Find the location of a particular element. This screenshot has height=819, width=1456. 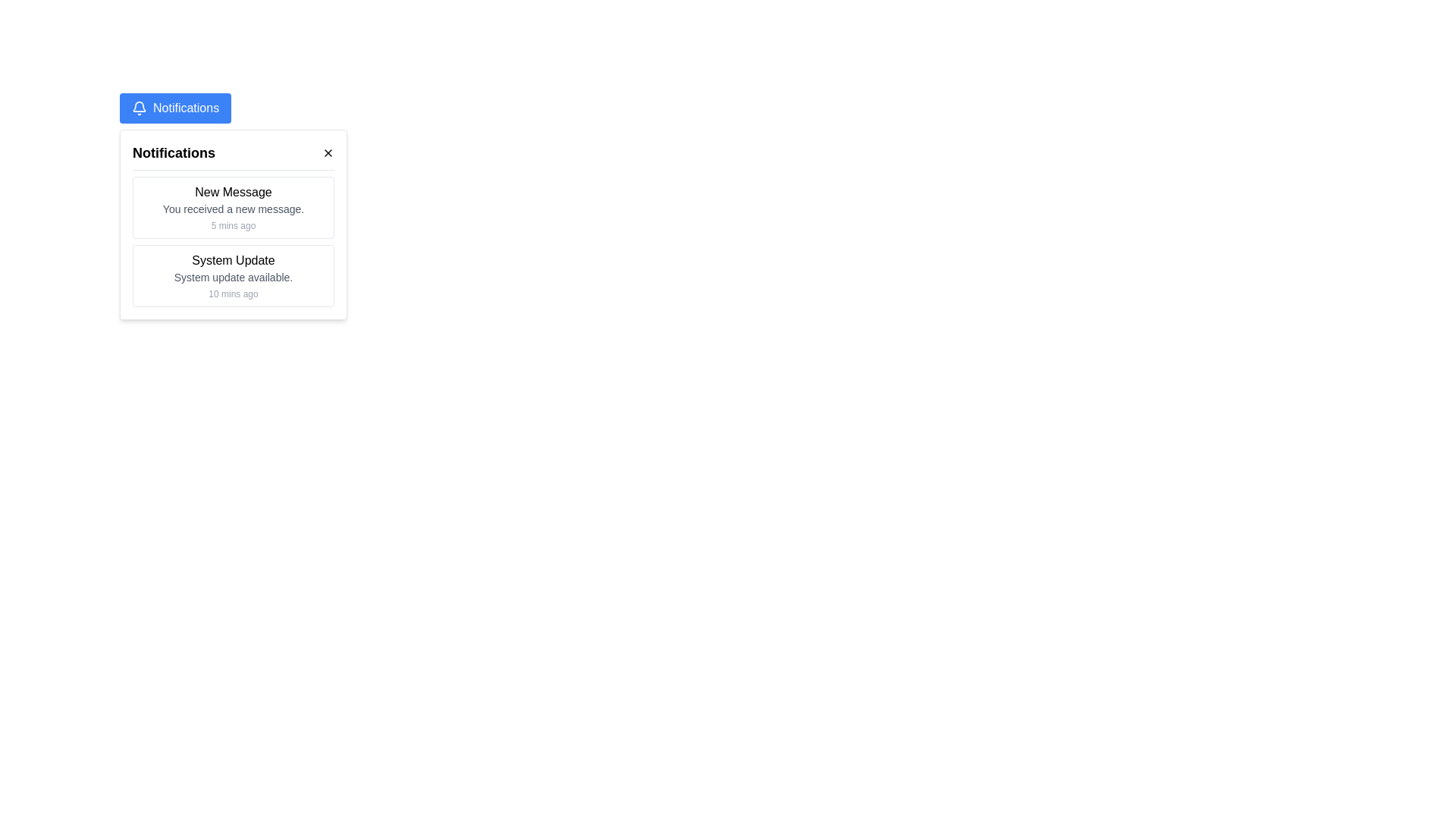

the visual appearance of the bell icon within the 'Notifications' button, which is the left-most component of the button is located at coordinates (139, 107).